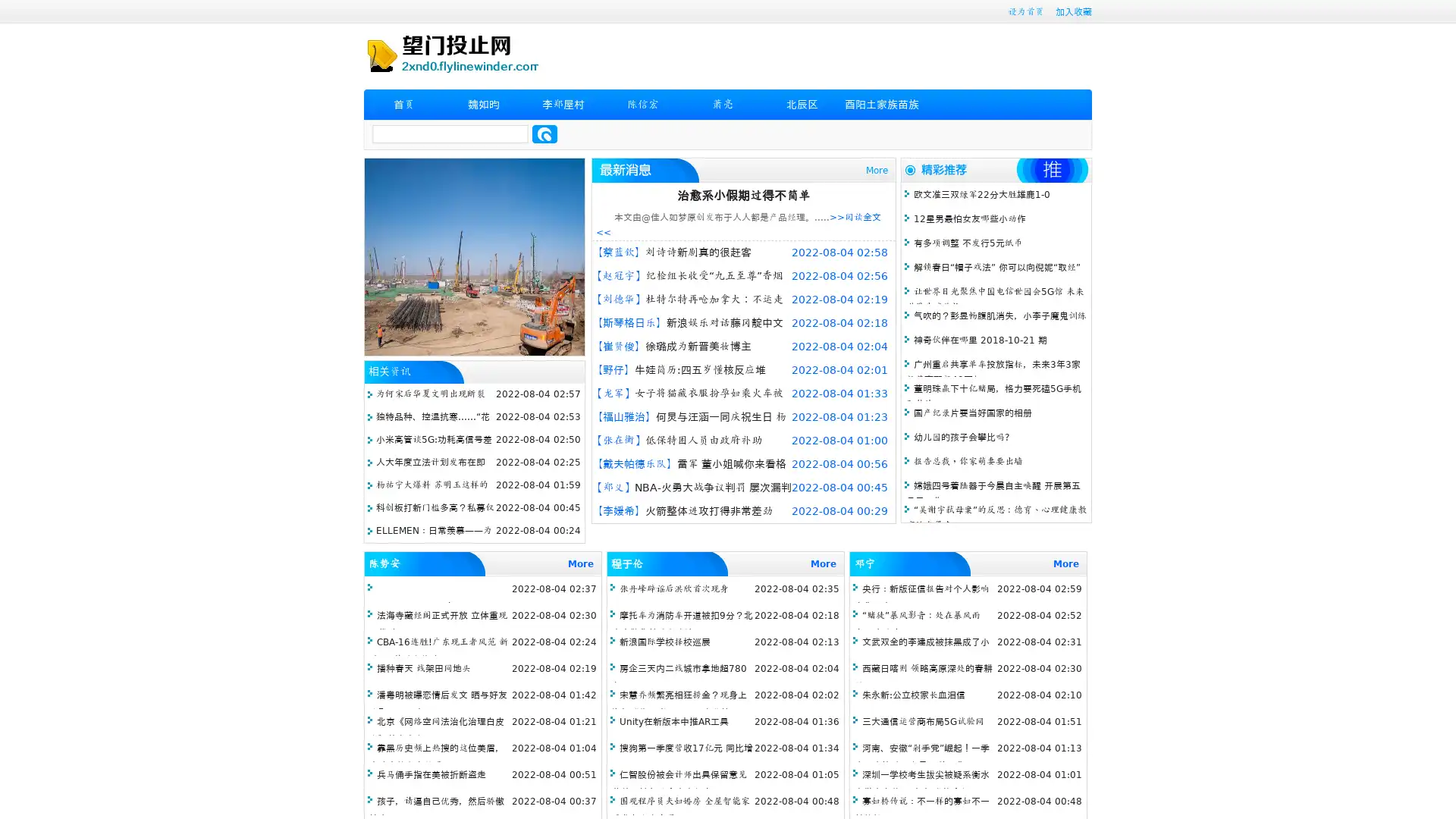 The image size is (1456, 819). What do you see at coordinates (544, 133) in the screenshot?
I see `Search` at bounding box center [544, 133].